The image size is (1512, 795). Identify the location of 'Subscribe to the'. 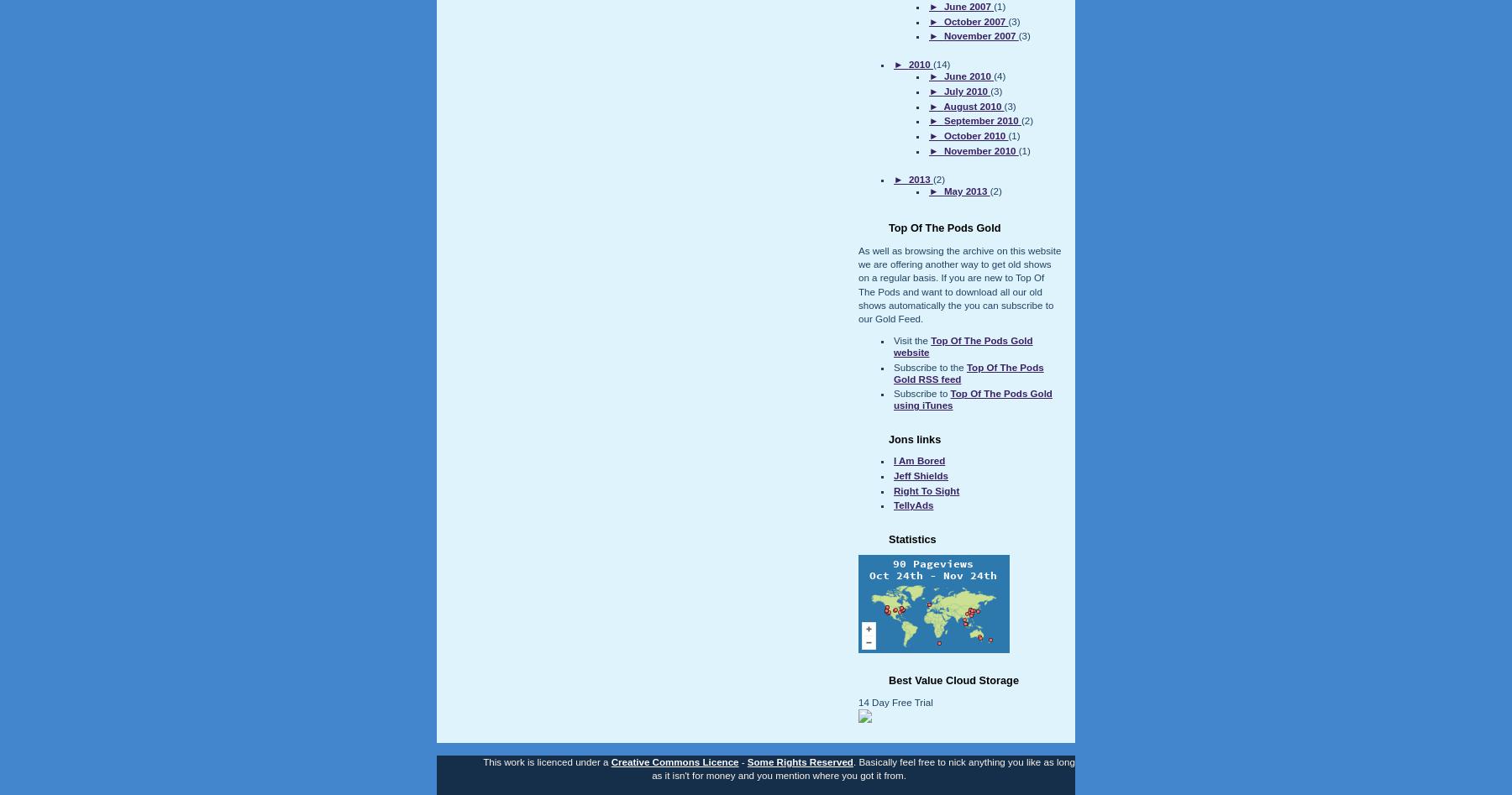
(893, 367).